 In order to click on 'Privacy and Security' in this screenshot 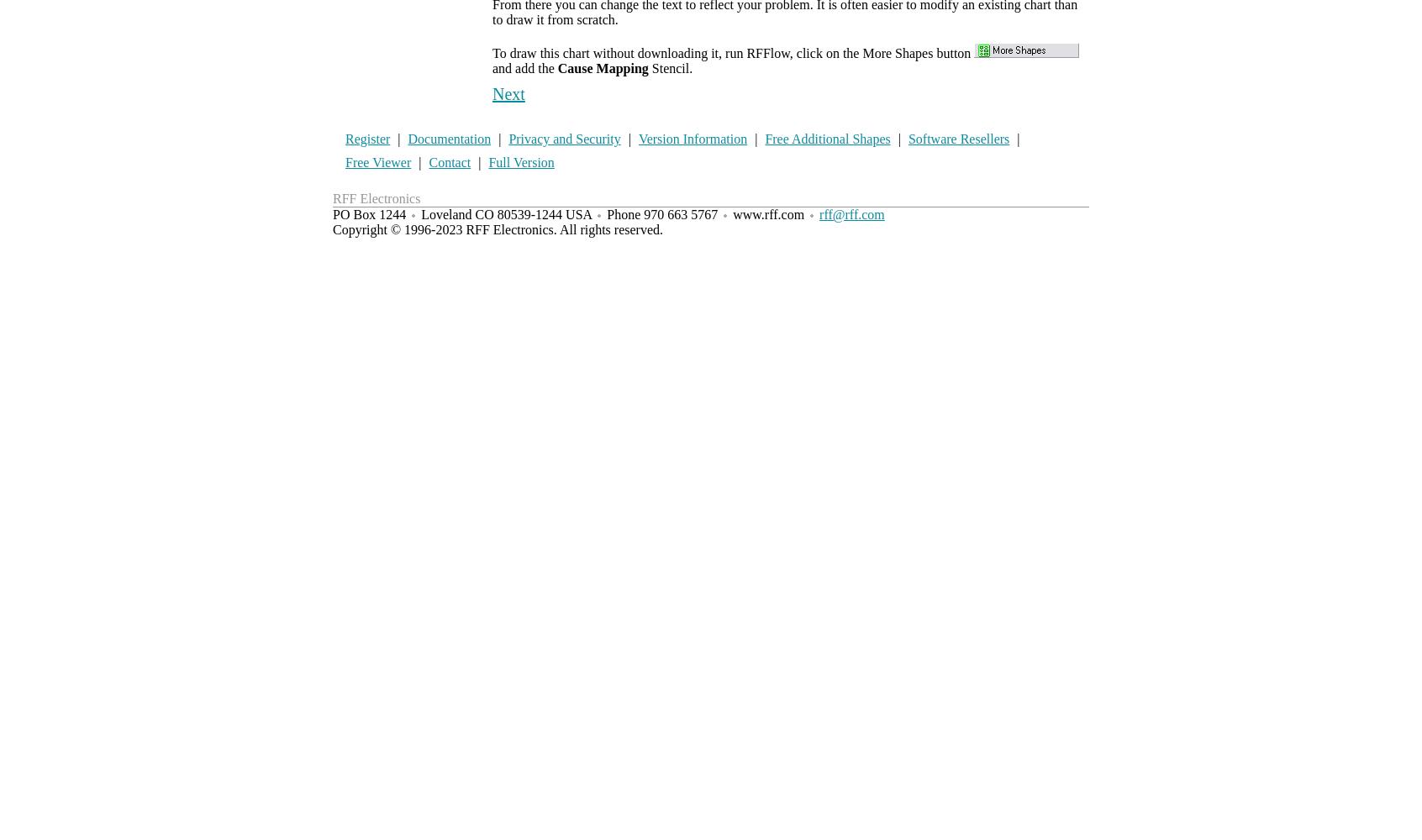, I will do `click(508, 139)`.